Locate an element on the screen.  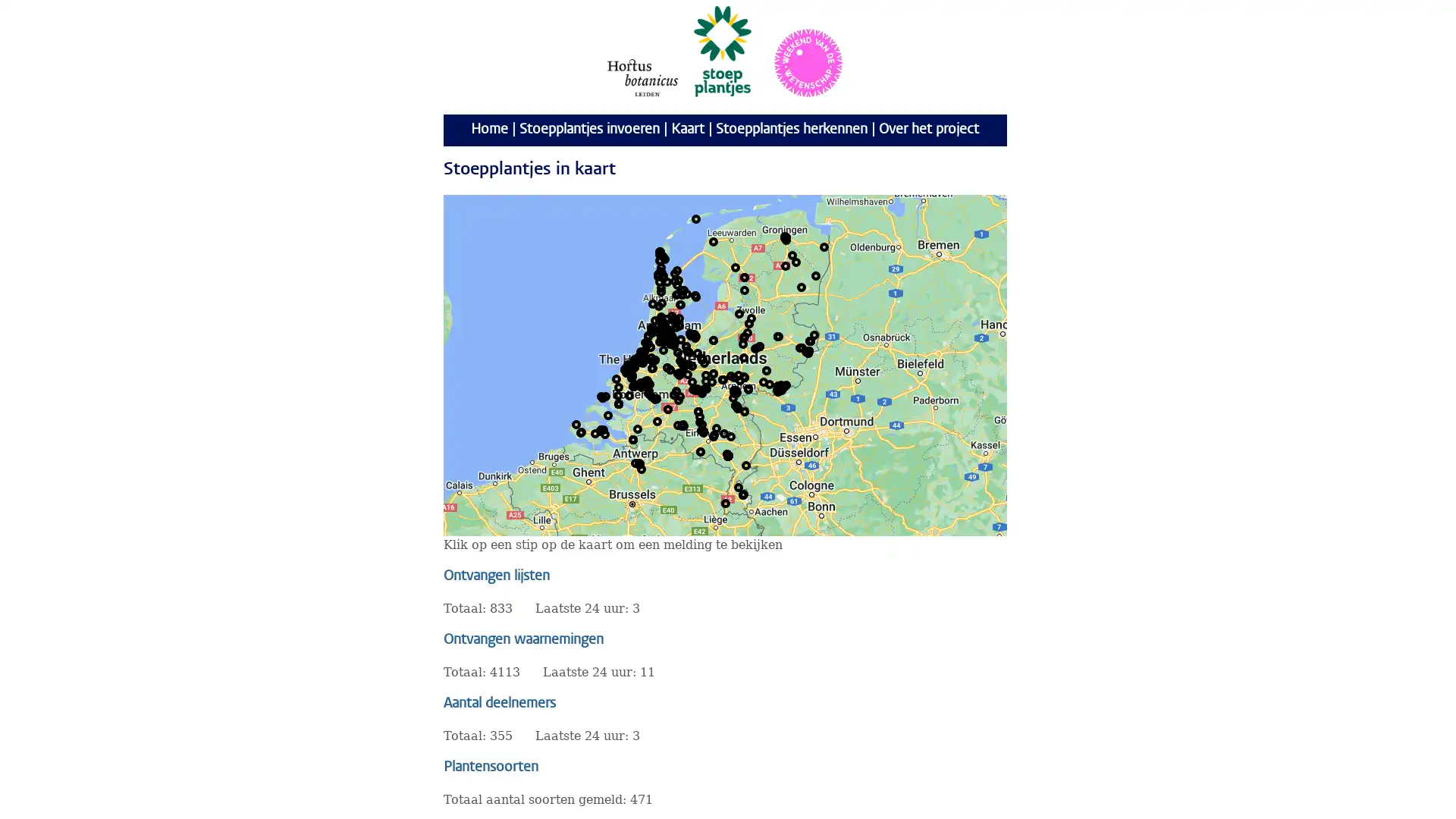
Telling van op 18 mei 2022 is located at coordinates (672, 338).